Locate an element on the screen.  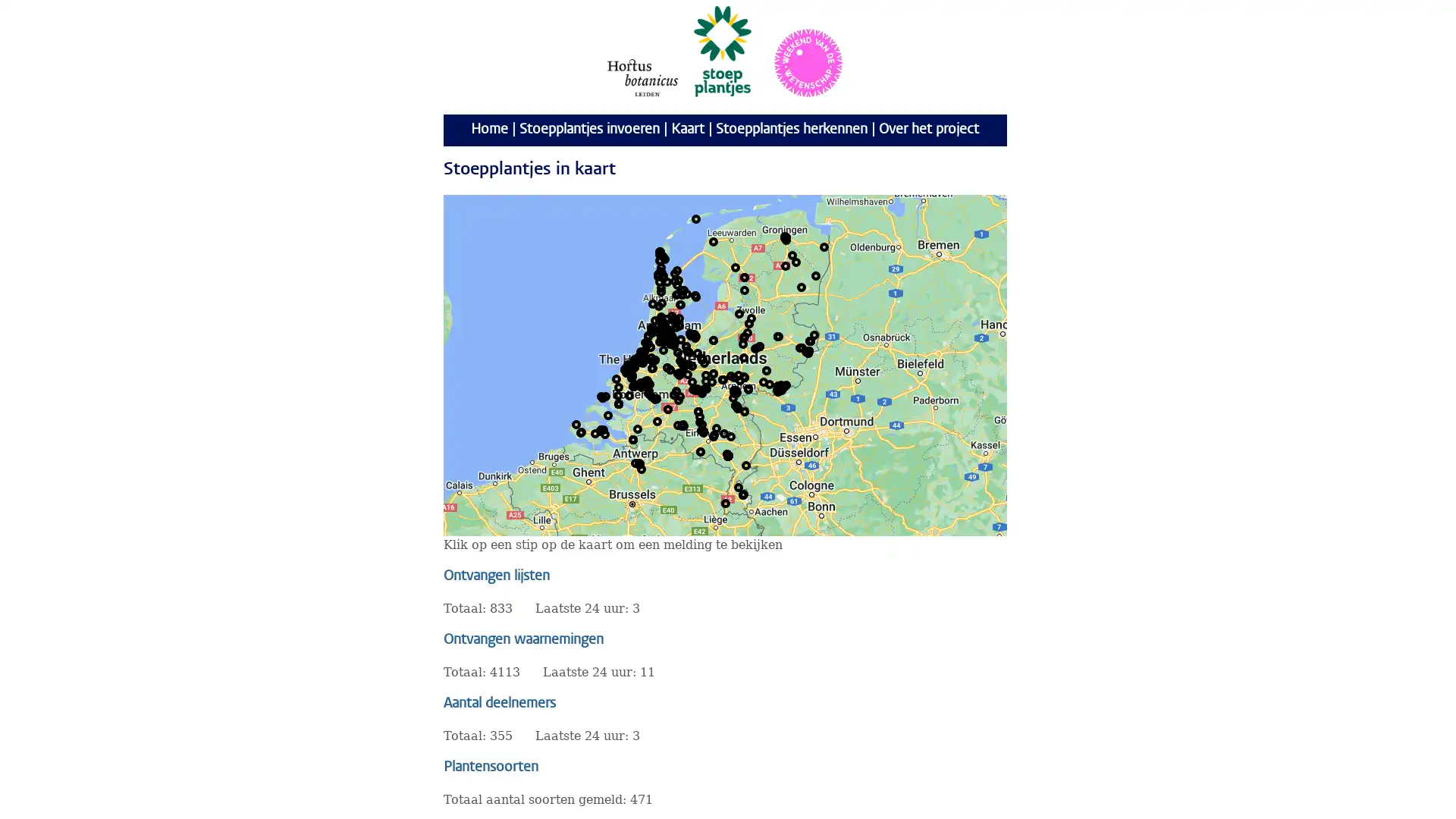
Telling van op 18 mei 2022 is located at coordinates (672, 338).